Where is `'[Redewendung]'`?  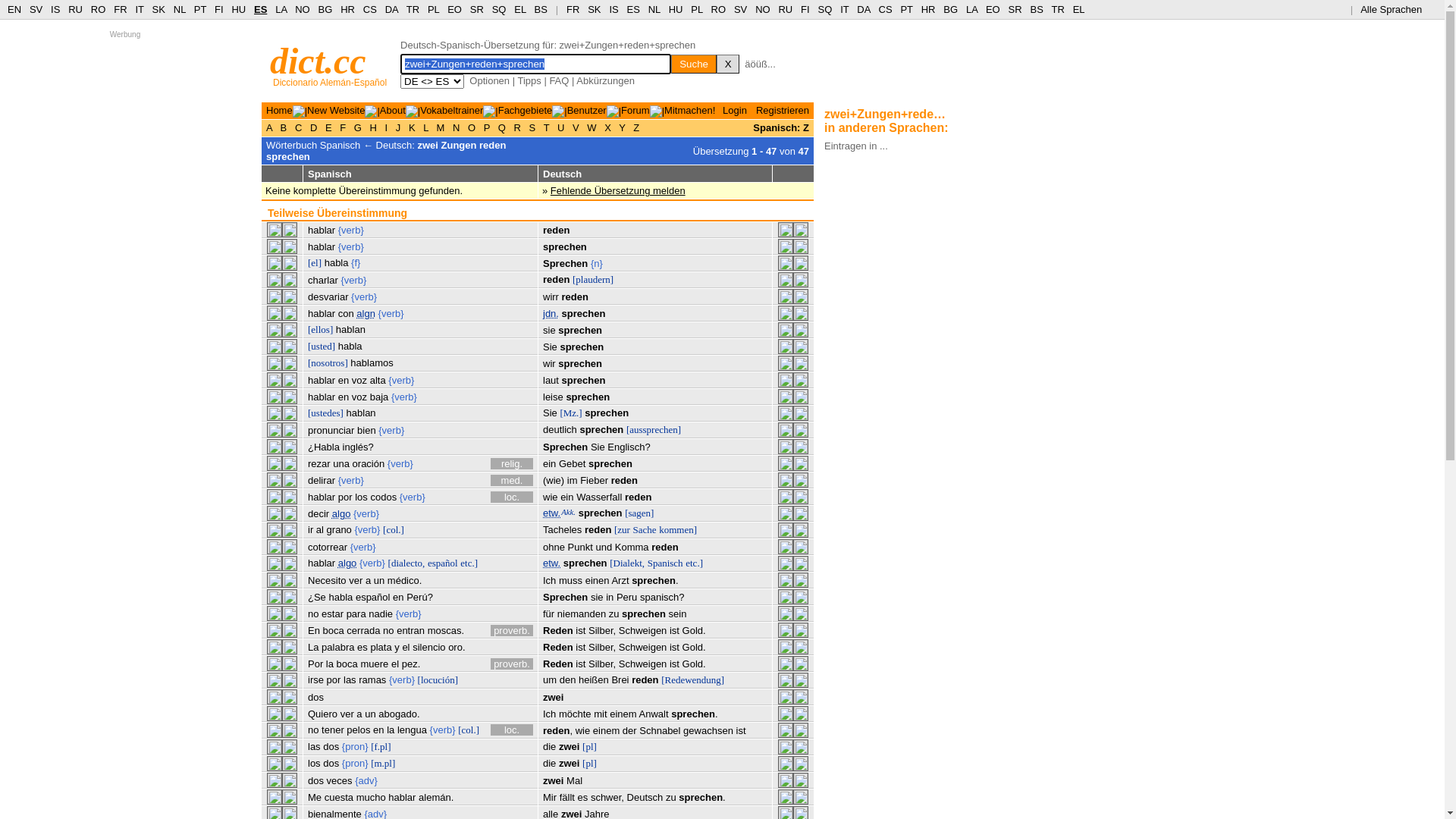 '[Redewendung]' is located at coordinates (692, 679).